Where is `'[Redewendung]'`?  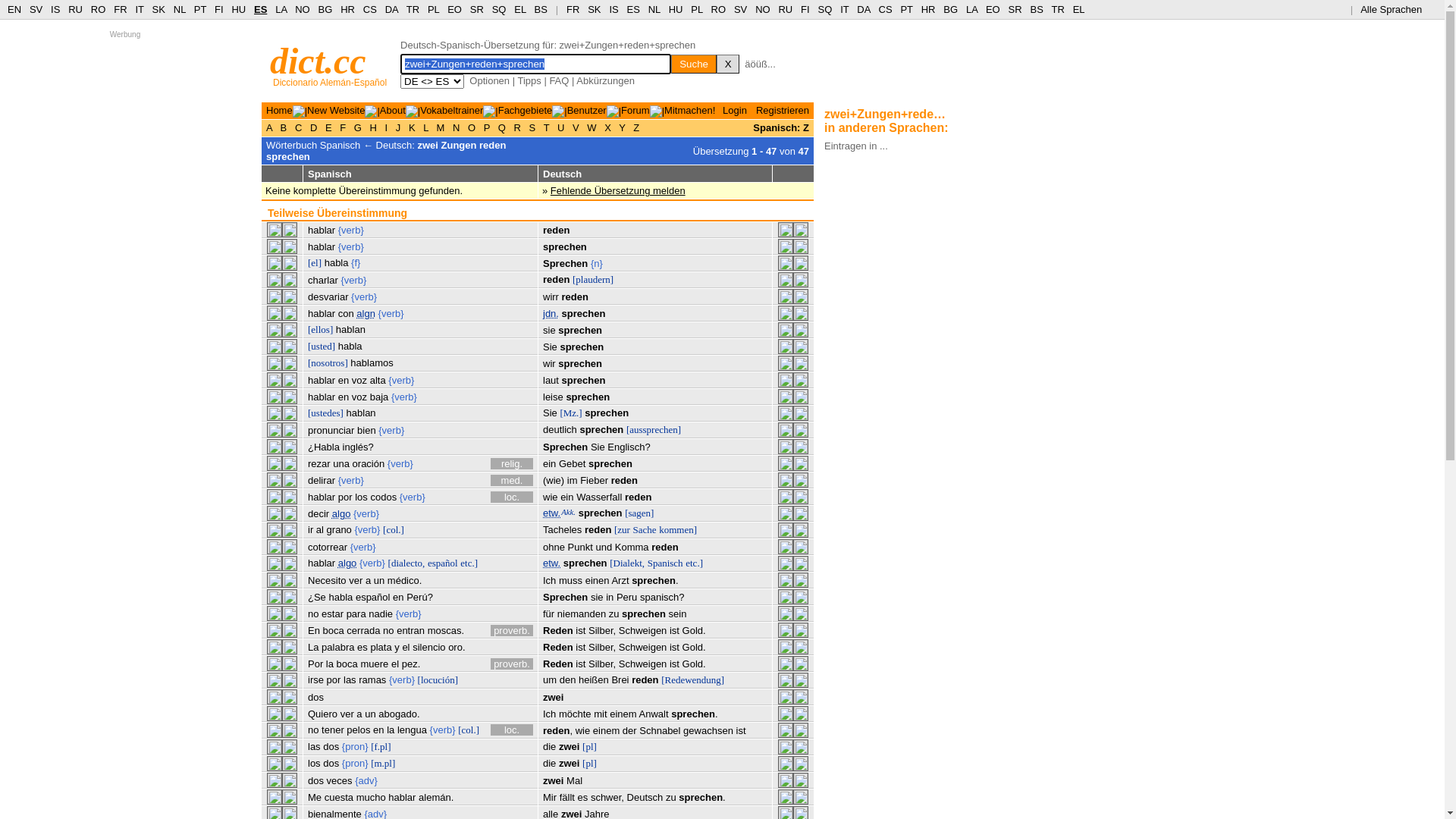 '[Redewendung]' is located at coordinates (692, 679).